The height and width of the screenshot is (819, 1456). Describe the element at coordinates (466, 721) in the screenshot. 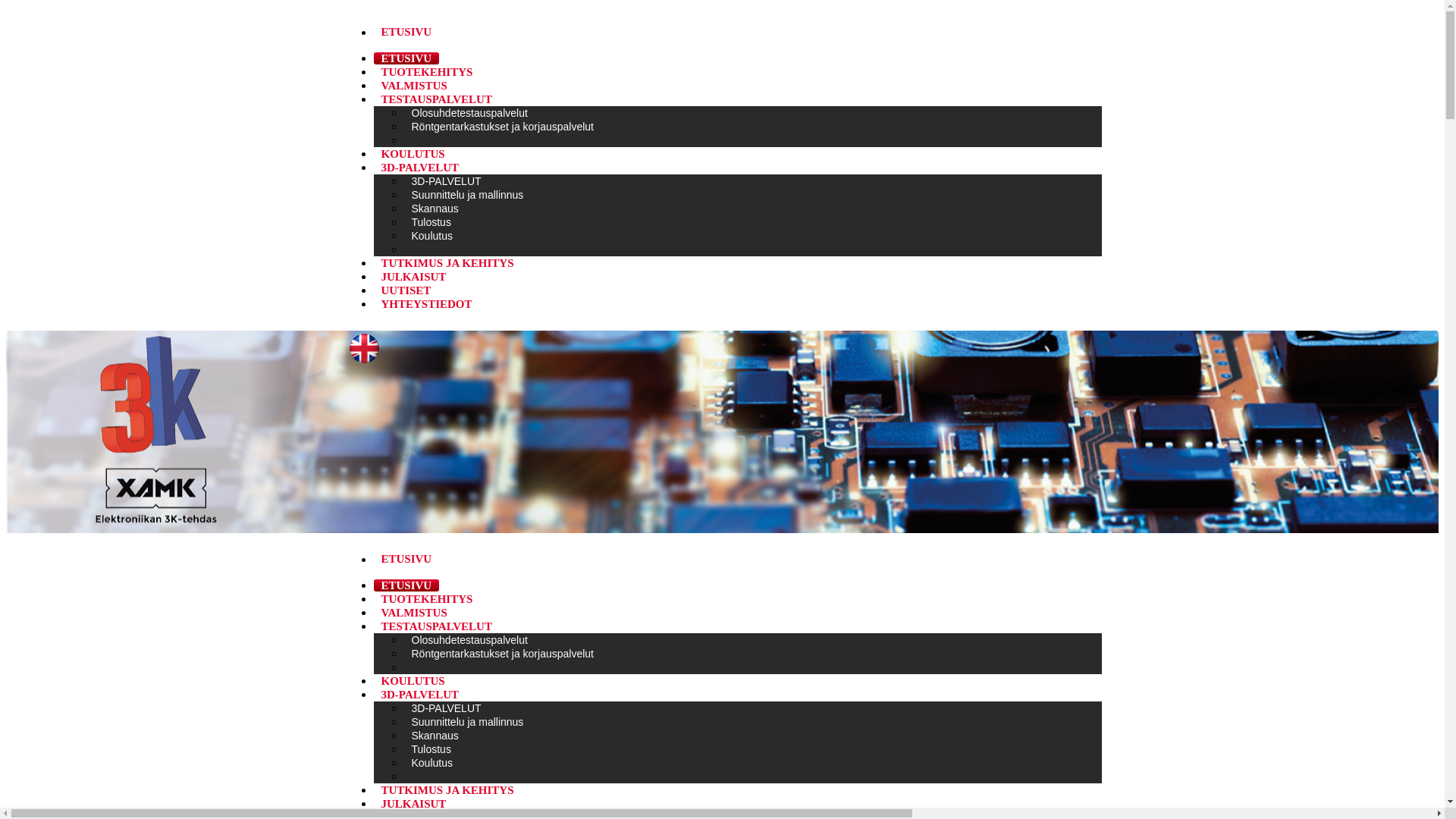

I see `'Suunnittelu ja mallinnus'` at that location.